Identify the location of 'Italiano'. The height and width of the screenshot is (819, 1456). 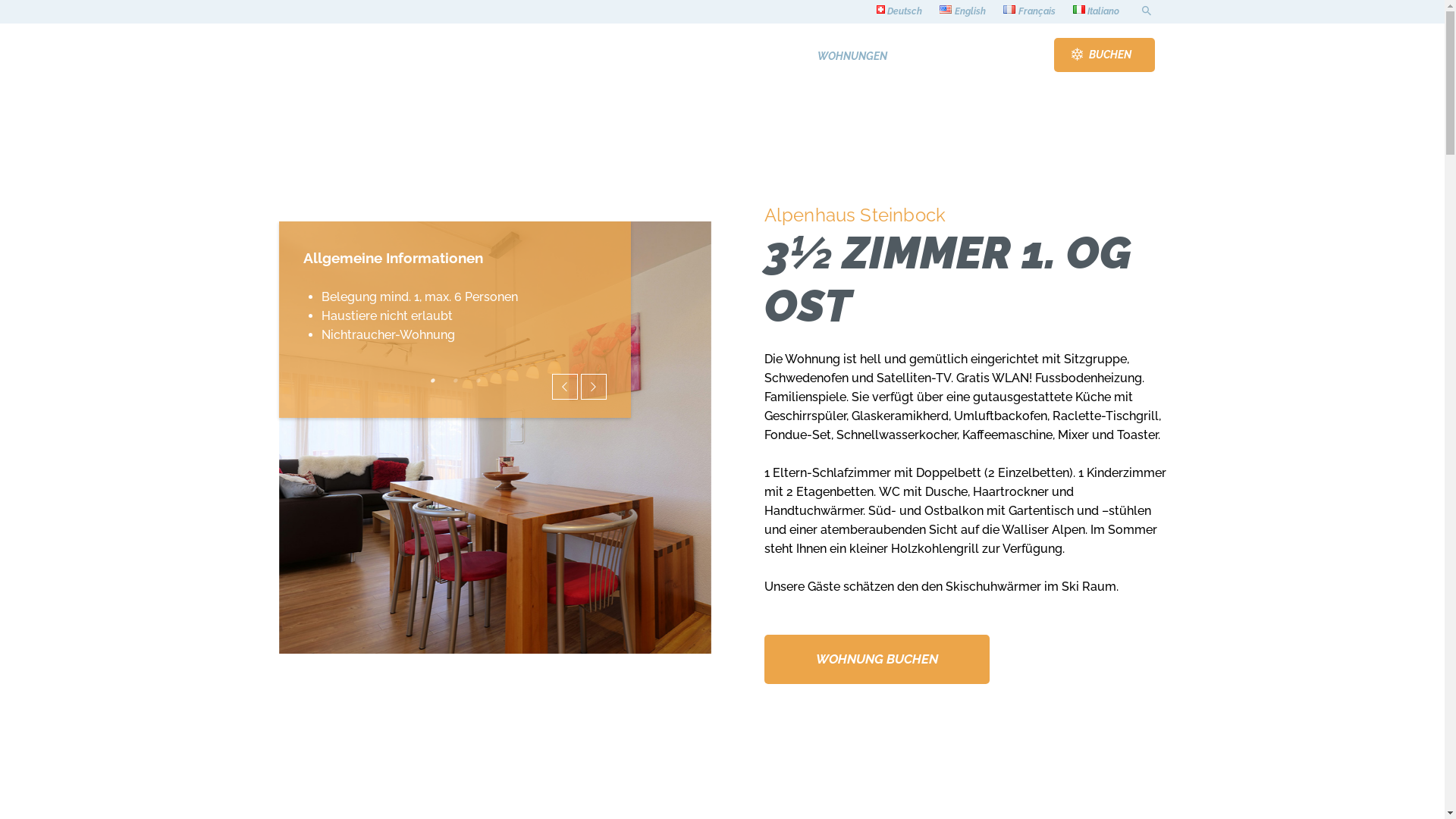
(1062, 11).